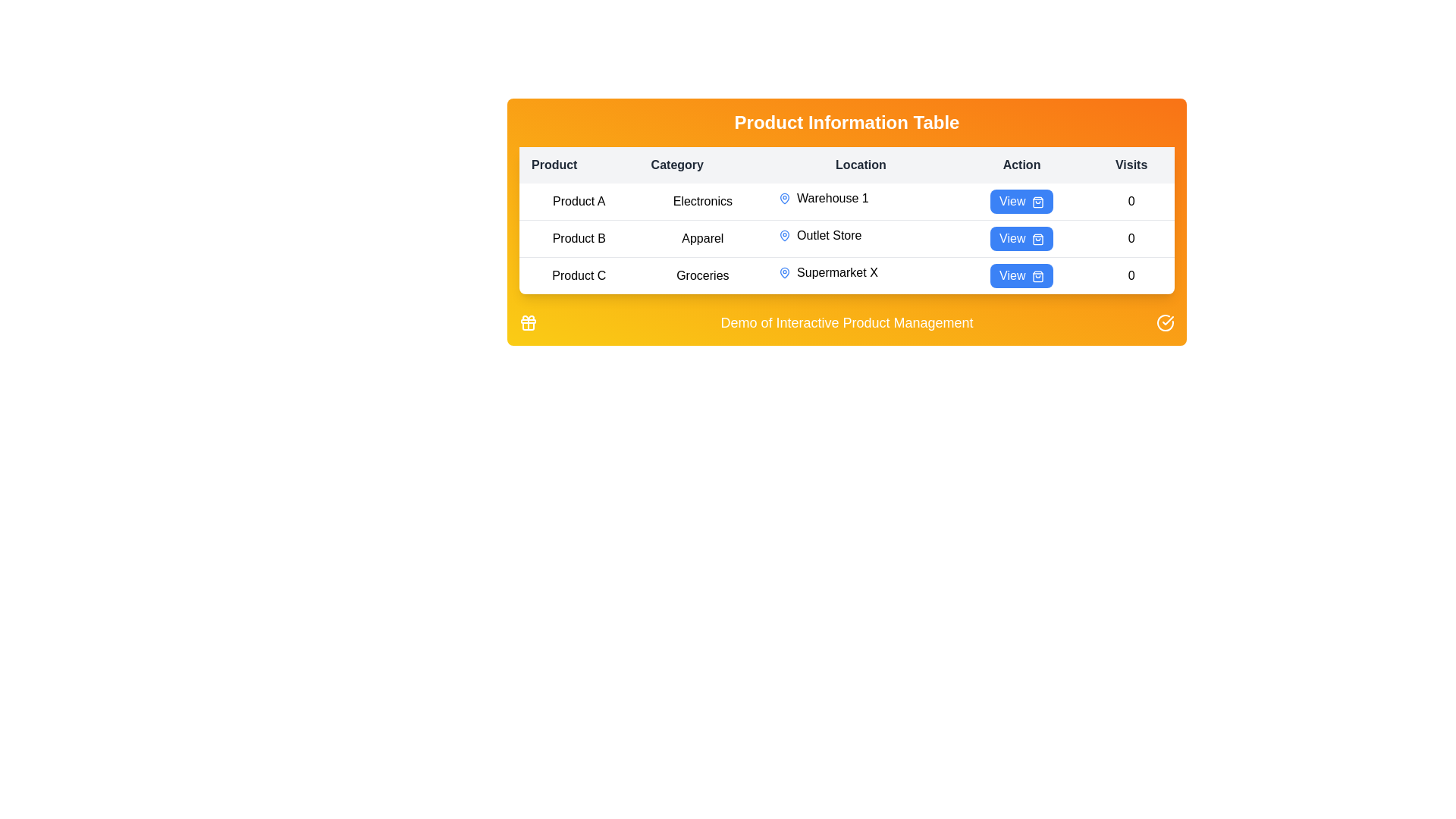  Describe the element at coordinates (1131, 201) in the screenshot. I see `the text display field that shows the number of visits for 'Product A' located in the last column of the table, positioned towards the upper right section` at that location.